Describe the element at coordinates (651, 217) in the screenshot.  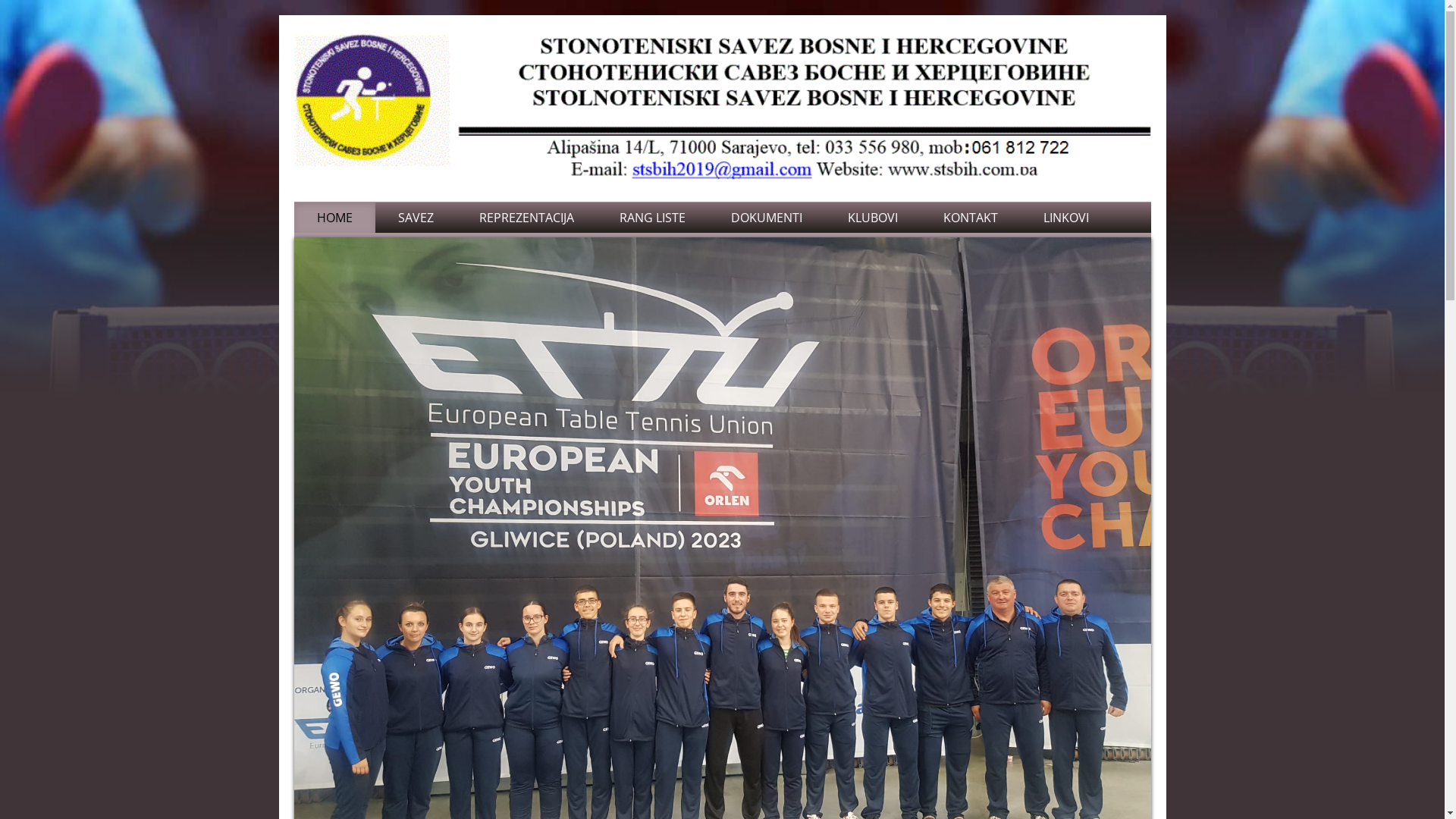
I see `'RANG LISTE'` at that location.